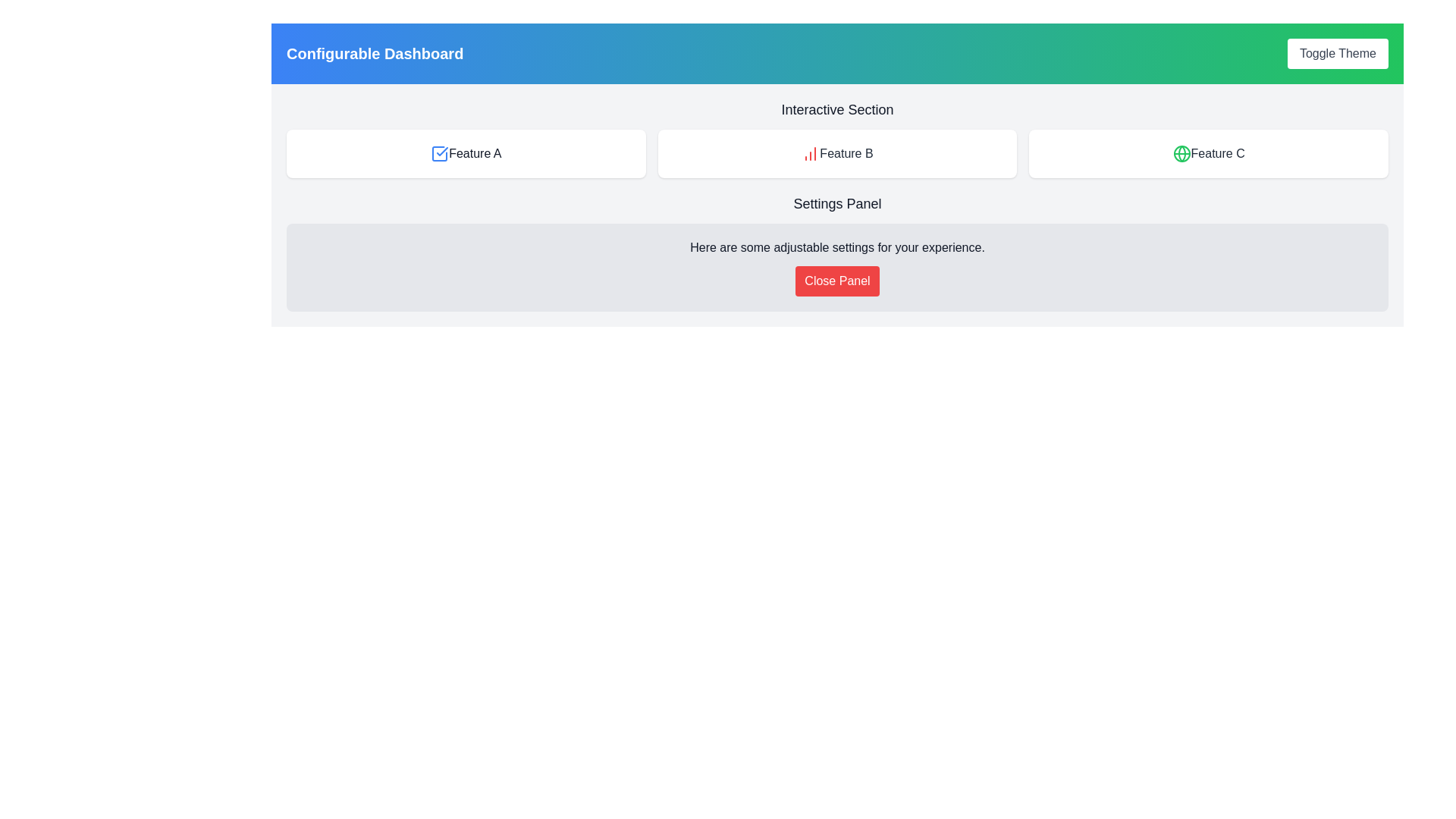 The width and height of the screenshot is (1456, 819). What do you see at coordinates (1338, 52) in the screenshot?
I see `the 'Toggle Theme' button, which is a rectangular button with a white background and gray text, located at the top right corner adjacent to the 'Configurable Dashboard' label` at bounding box center [1338, 52].